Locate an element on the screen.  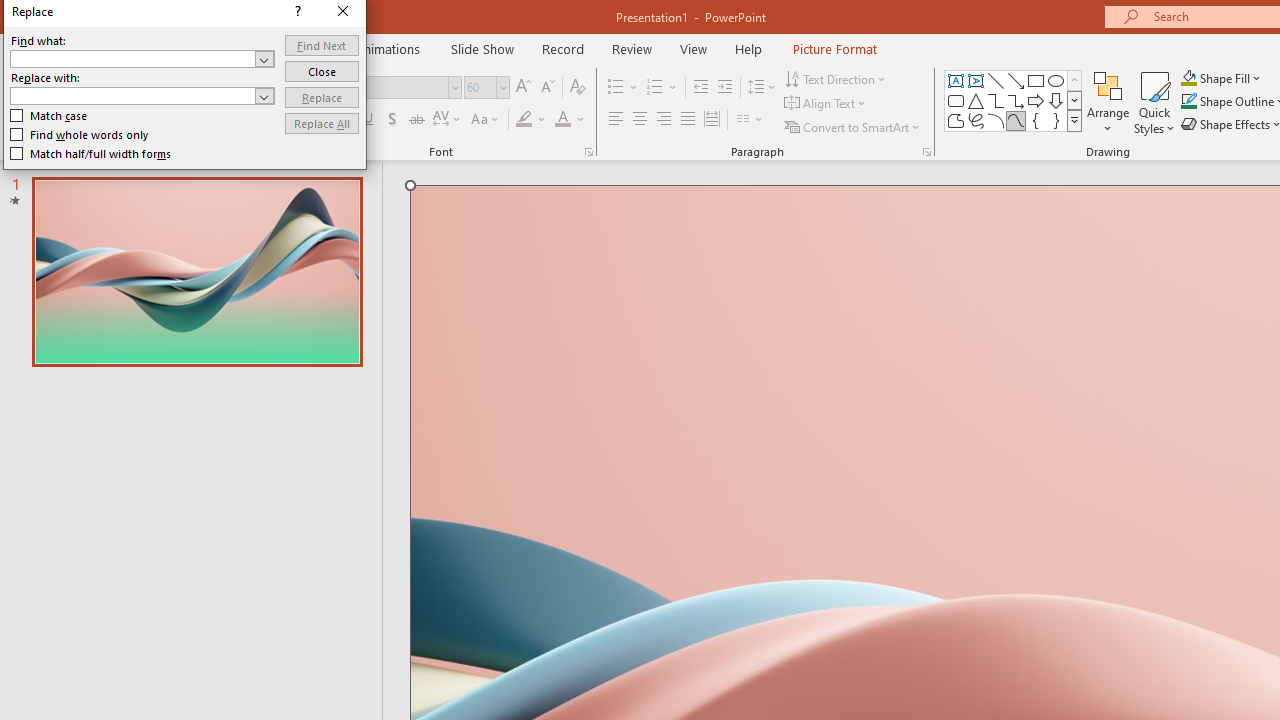
'Columns' is located at coordinates (749, 119).